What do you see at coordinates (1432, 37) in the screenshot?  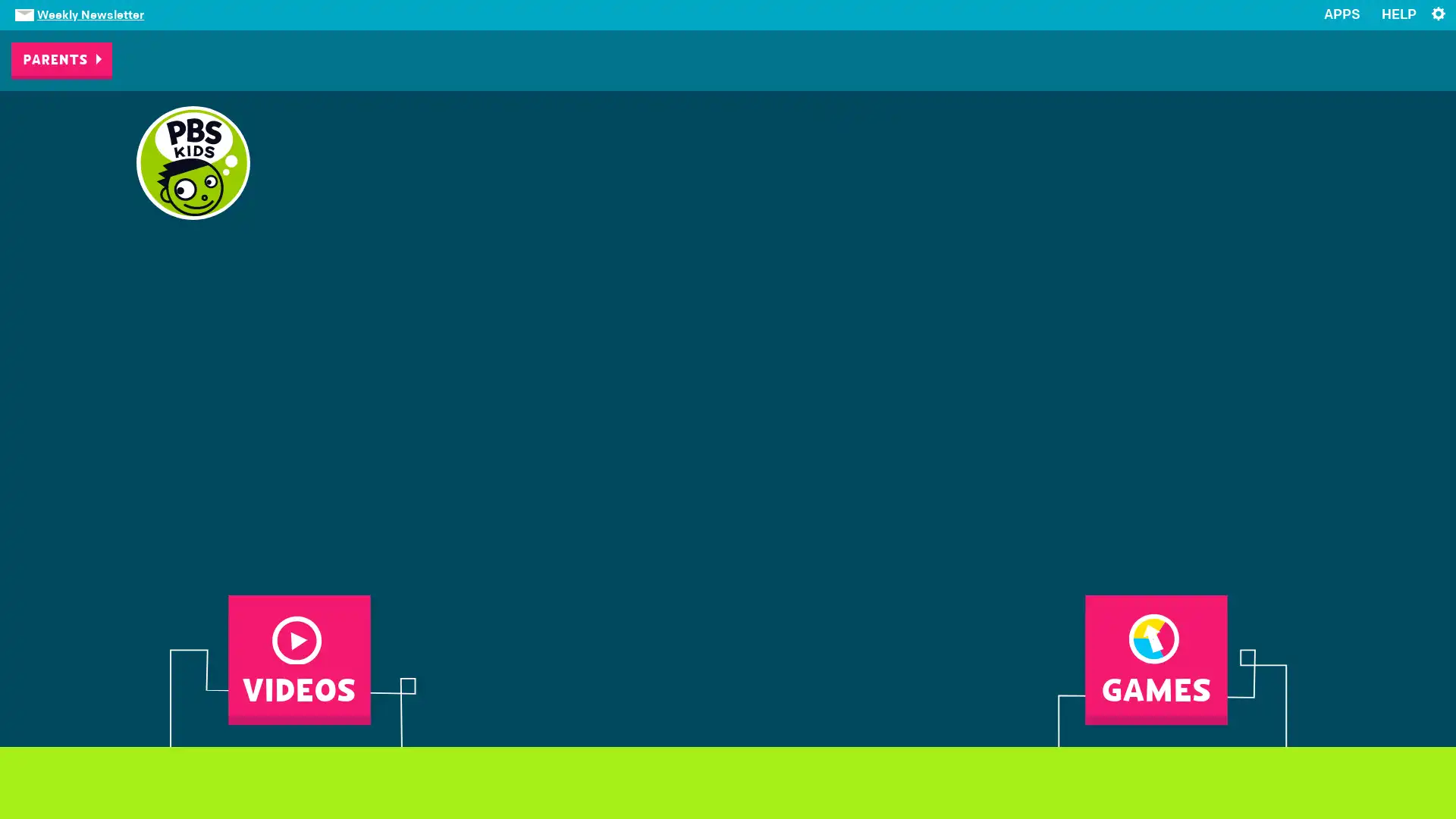 I see `x Close` at bounding box center [1432, 37].